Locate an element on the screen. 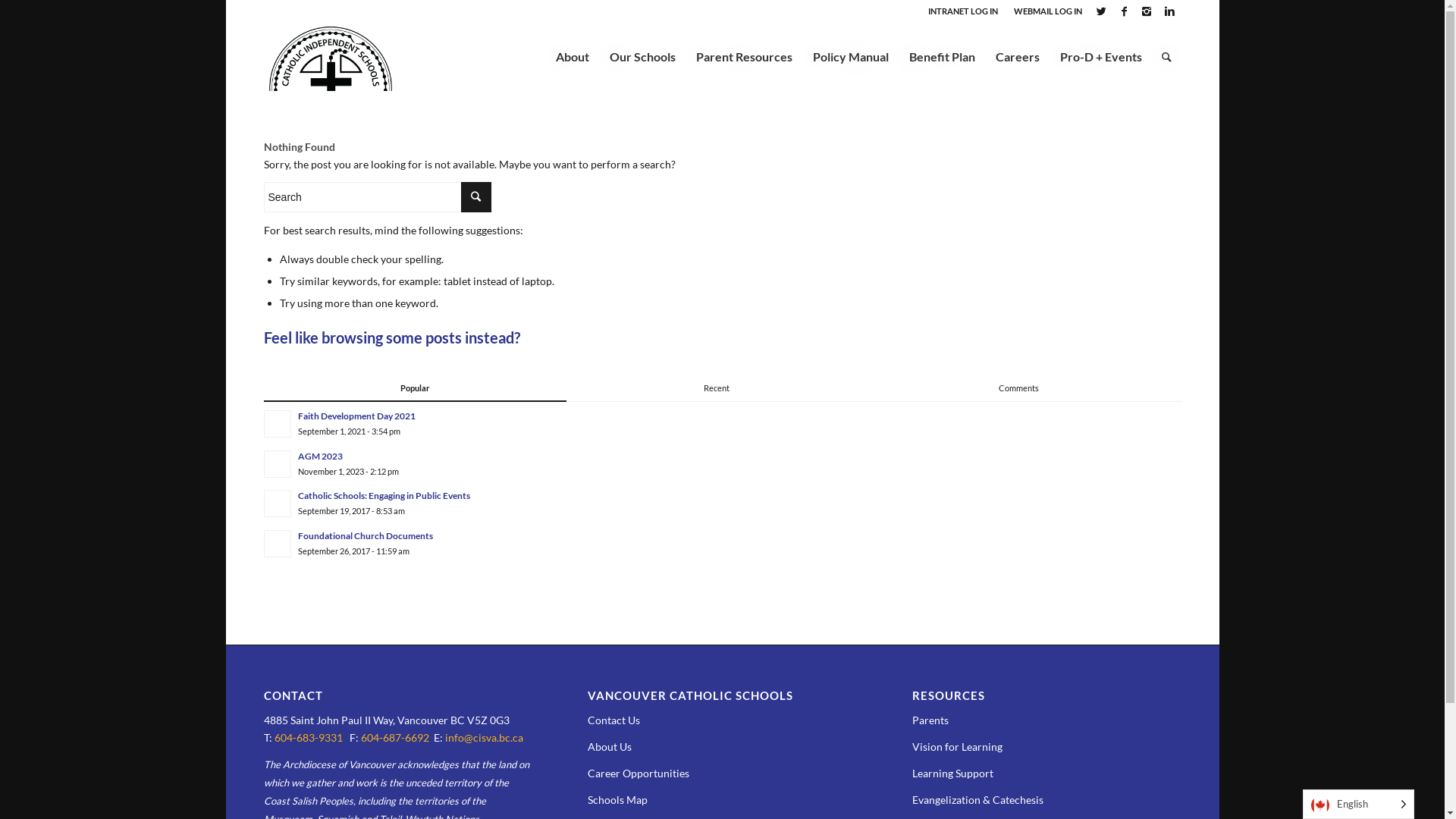 This screenshot has height=819, width=1456. 'Parent Resources' is located at coordinates (743, 55).